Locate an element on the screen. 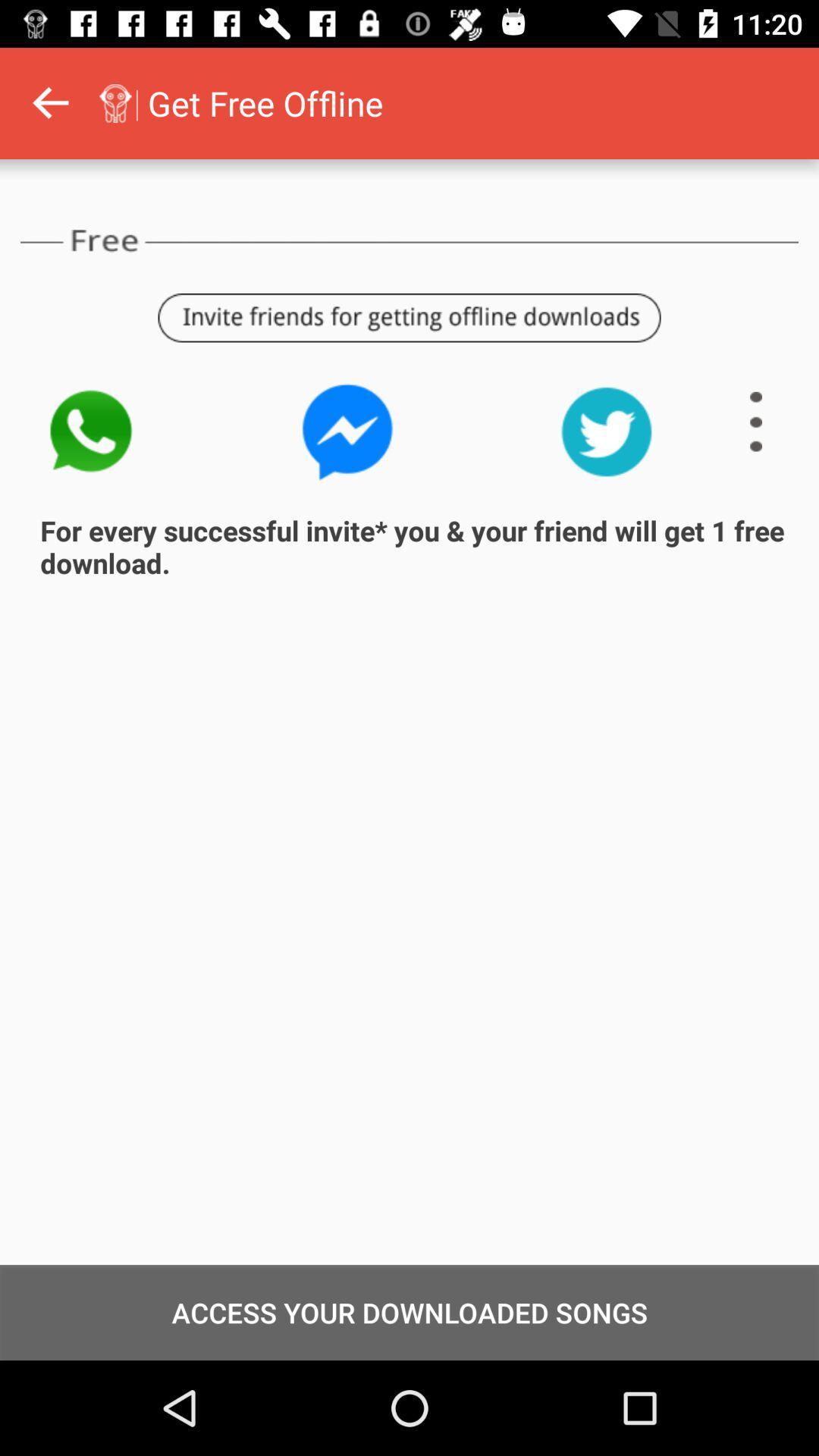  icon above for every successful is located at coordinates (348, 431).